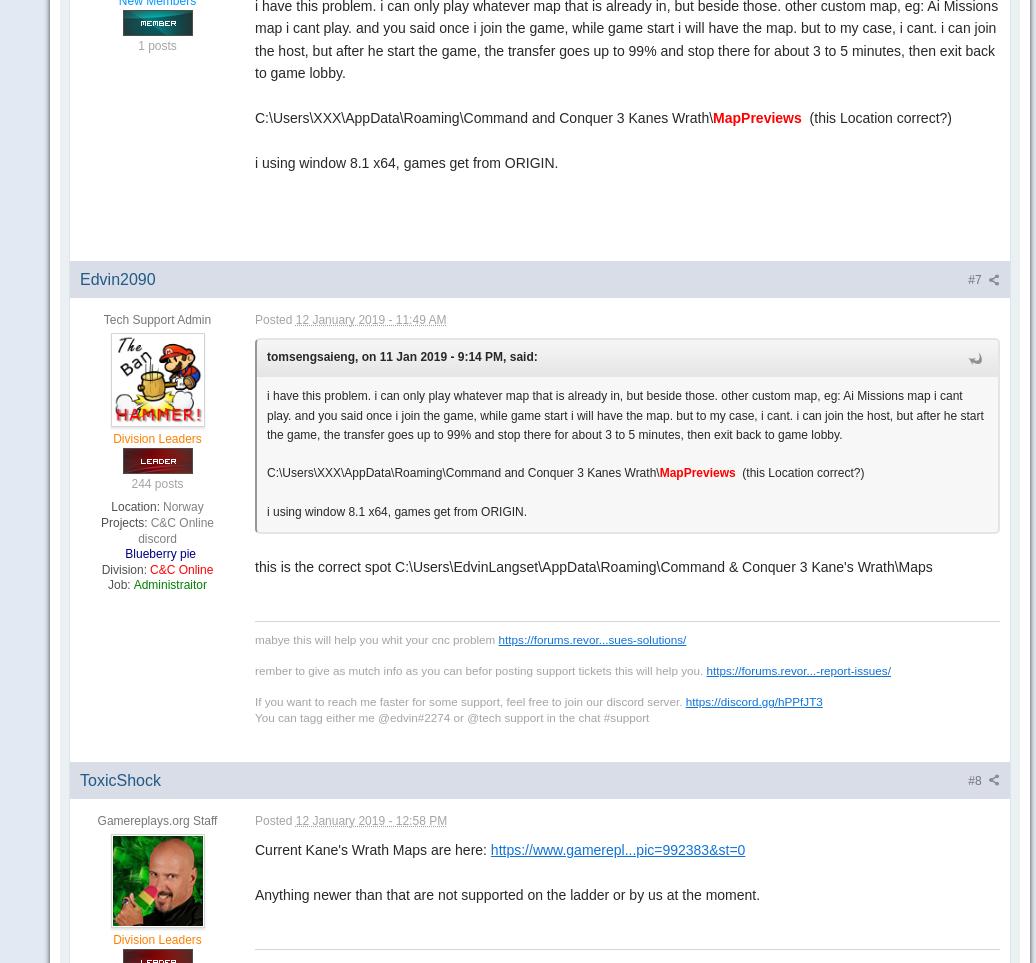  What do you see at coordinates (595, 566) in the screenshot?
I see `'this is the correct spot C:\Users\EdvinLangset\AppData\Roaming\Command & Conquer 3 Kane's Wrath\Maps'` at bounding box center [595, 566].